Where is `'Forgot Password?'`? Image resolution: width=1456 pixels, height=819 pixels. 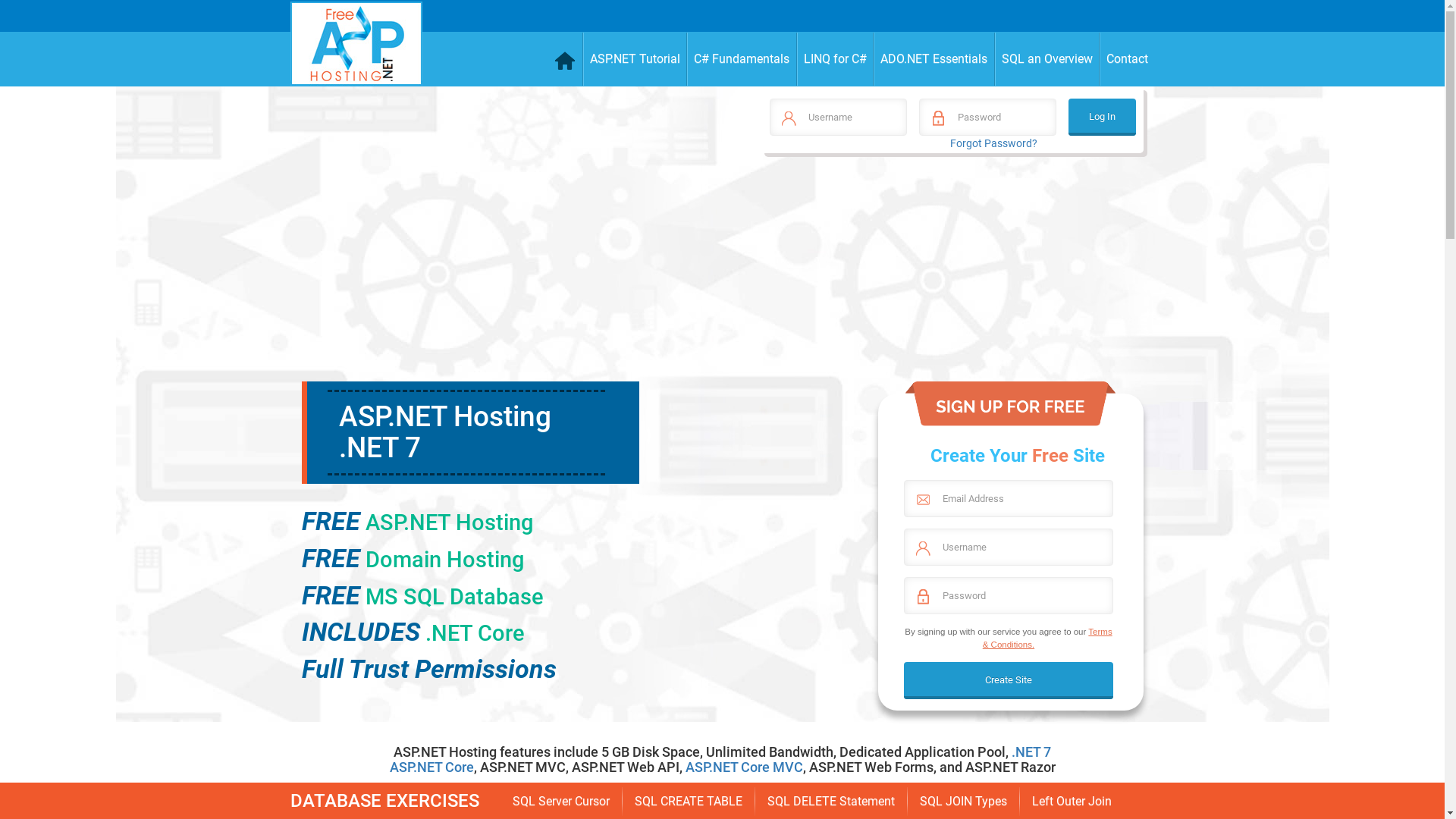 'Forgot Password?' is located at coordinates (993, 143).